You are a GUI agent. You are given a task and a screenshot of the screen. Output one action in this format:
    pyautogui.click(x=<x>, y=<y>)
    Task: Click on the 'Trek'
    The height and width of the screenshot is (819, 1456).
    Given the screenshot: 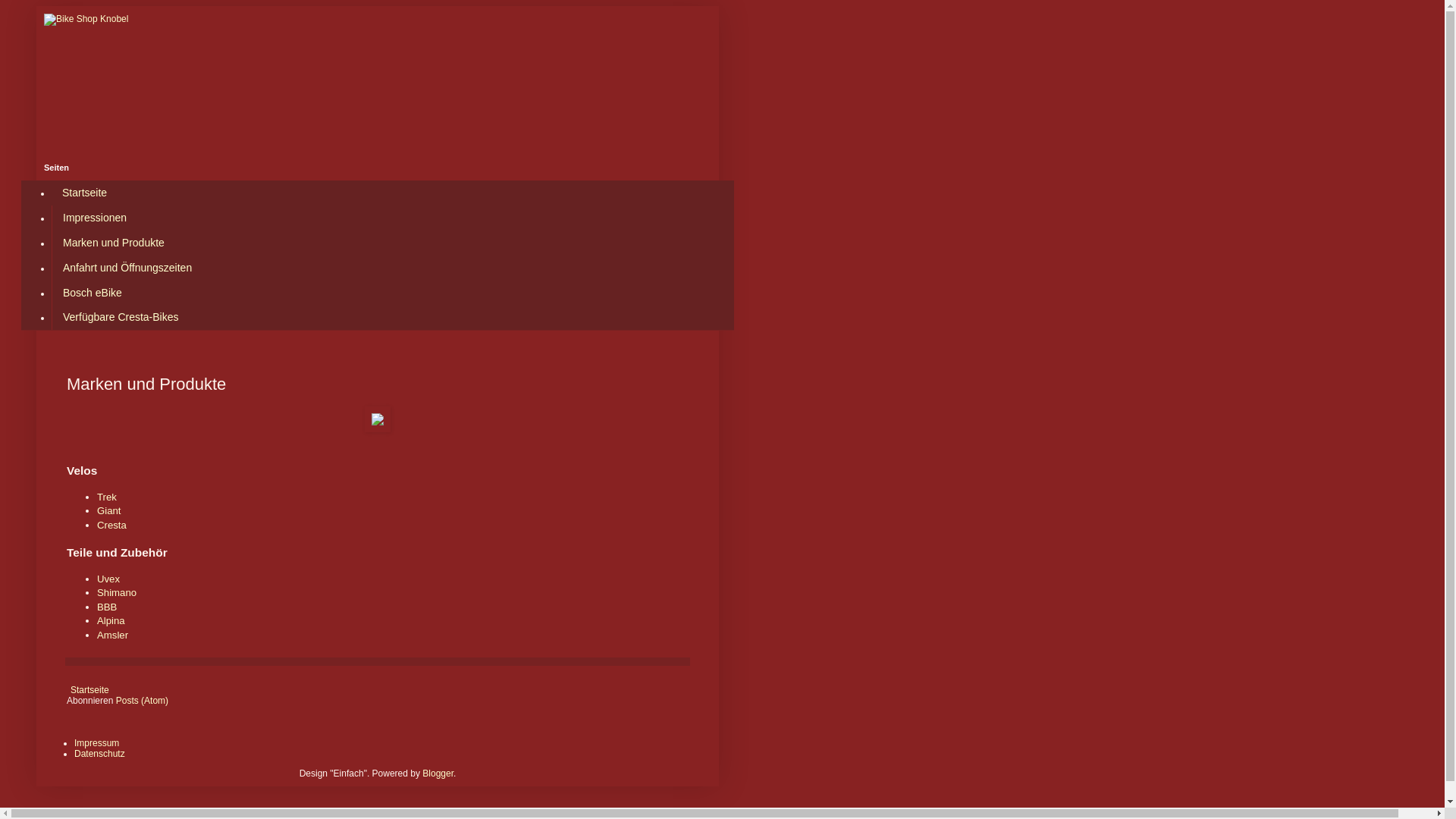 What is the action you would take?
    pyautogui.click(x=105, y=497)
    